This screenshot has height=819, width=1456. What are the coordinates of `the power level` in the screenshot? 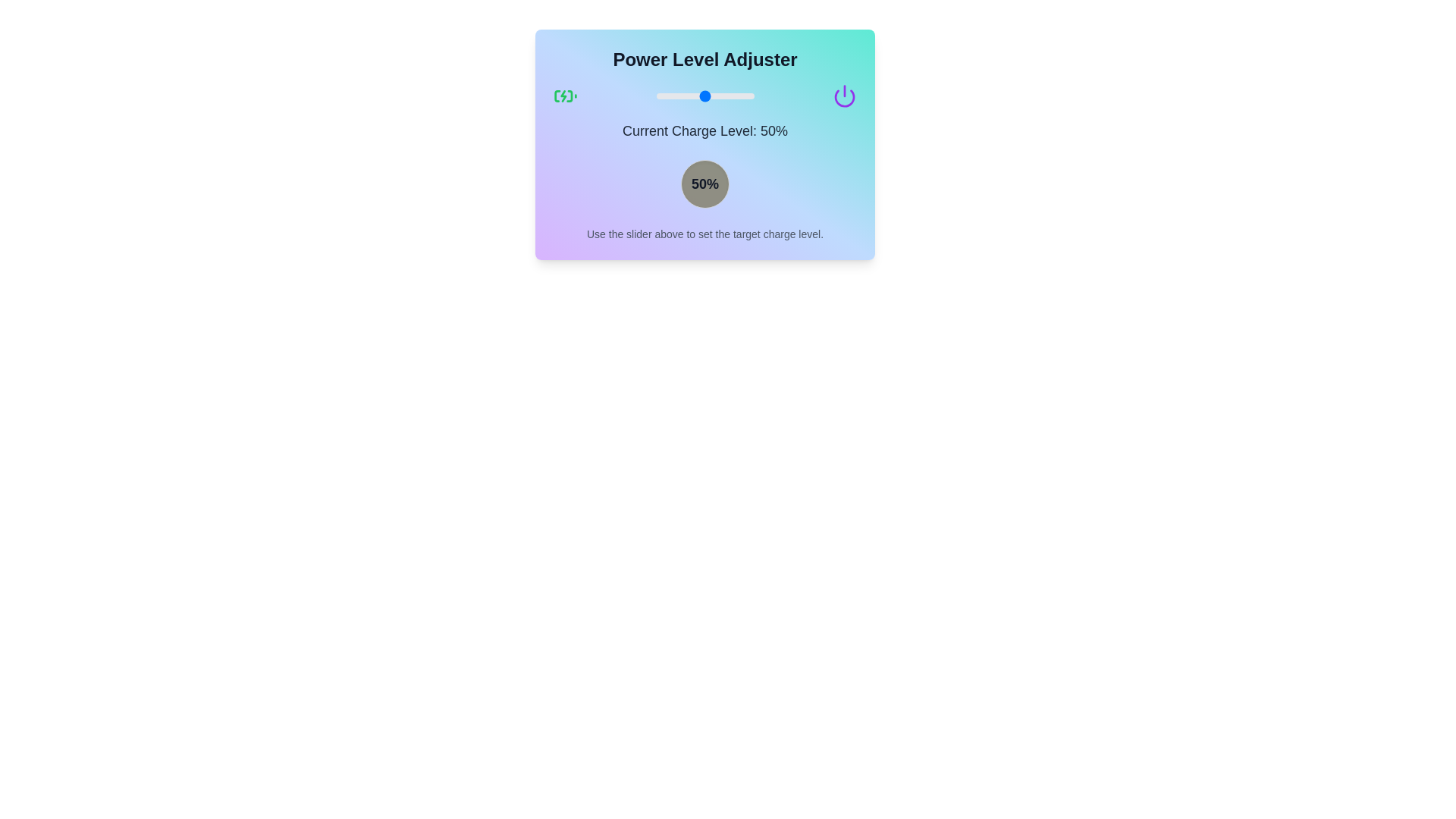 It's located at (746, 96).